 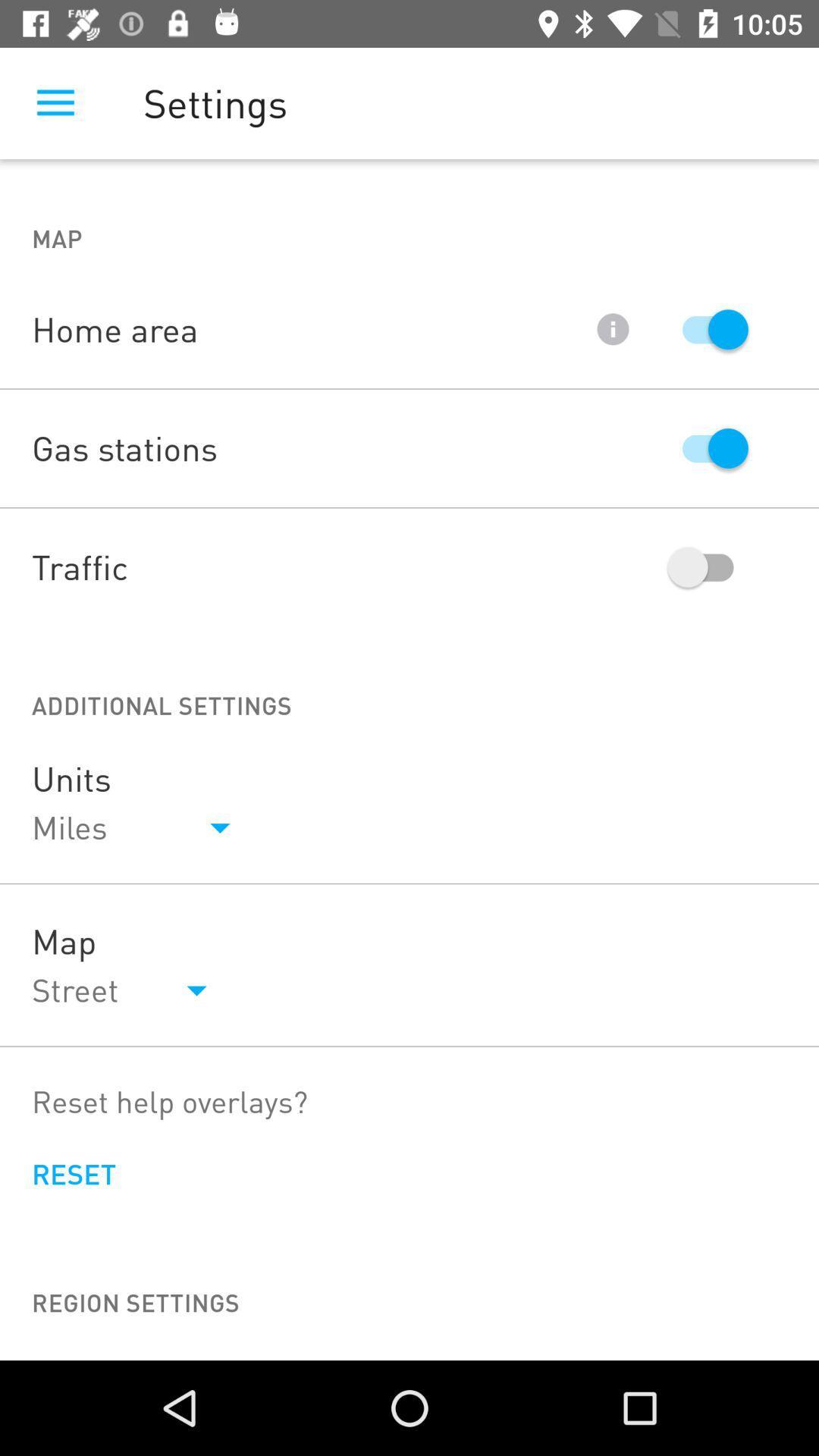 What do you see at coordinates (708, 566) in the screenshot?
I see `trafiic on off button` at bounding box center [708, 566].